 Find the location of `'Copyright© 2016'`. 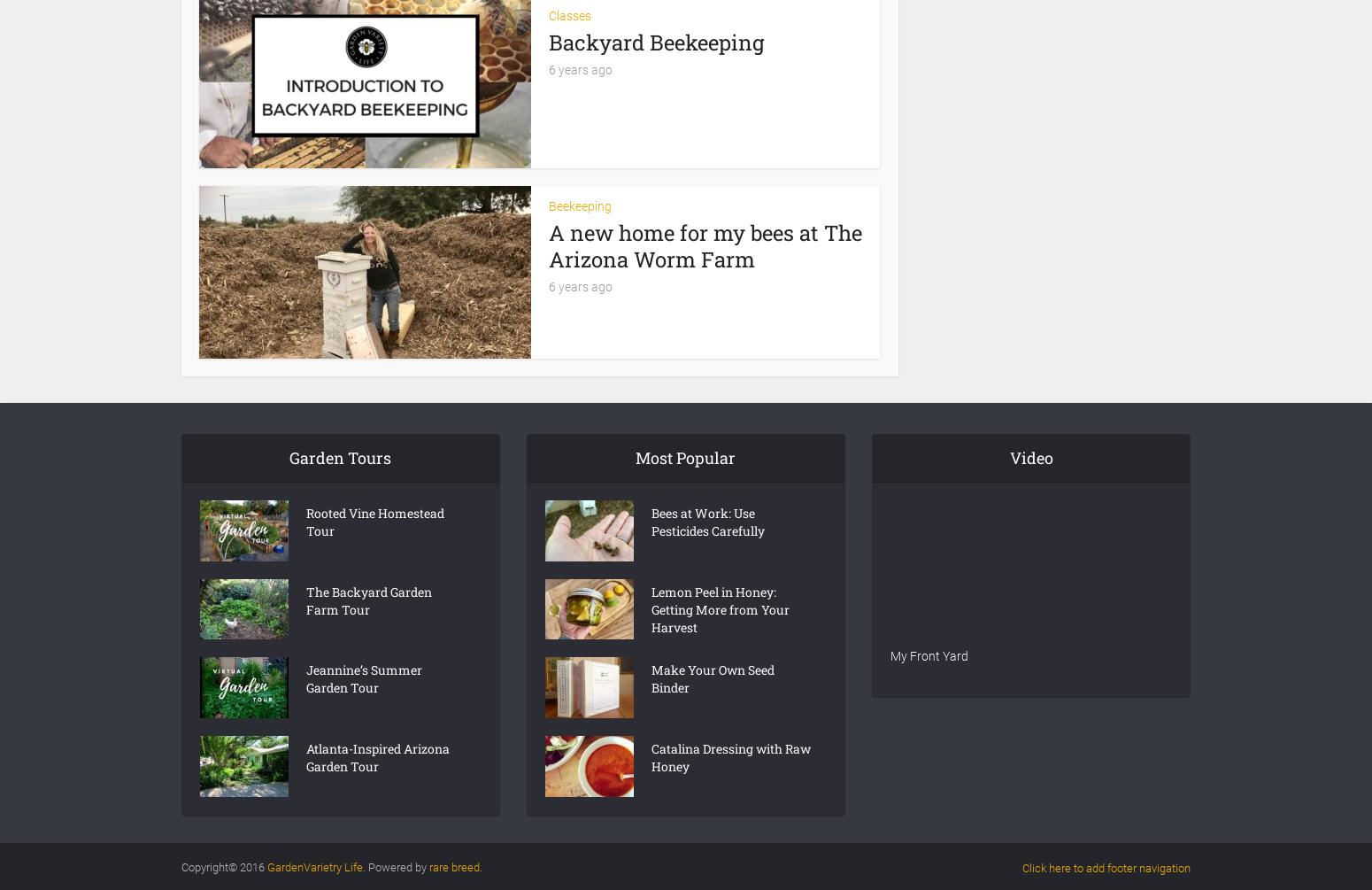

'Copyright© 2016' is located at coordinates (224, 866).